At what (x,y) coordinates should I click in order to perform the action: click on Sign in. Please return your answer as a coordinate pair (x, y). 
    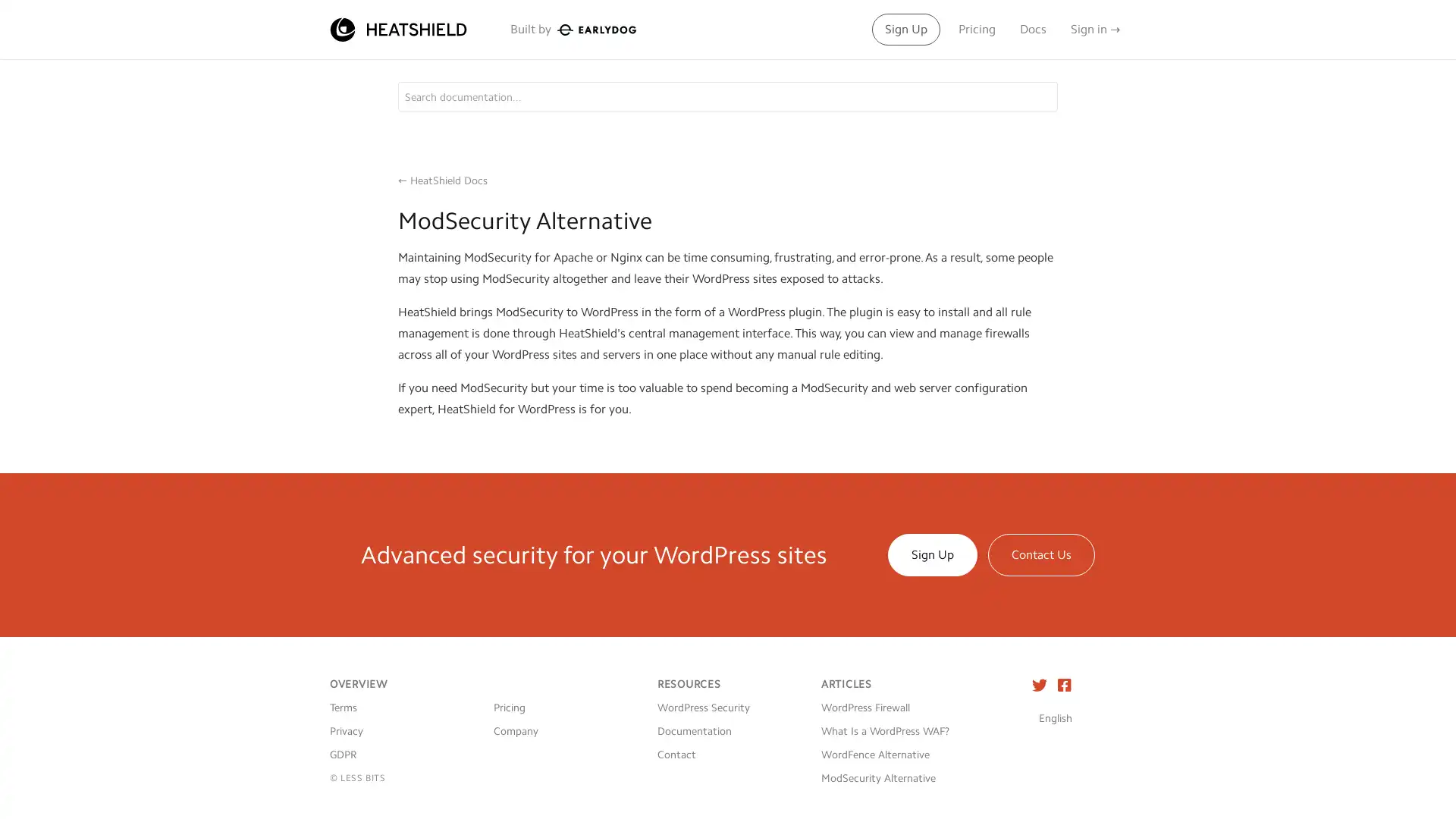
    Looking at the image, I should click on (1095, 29).